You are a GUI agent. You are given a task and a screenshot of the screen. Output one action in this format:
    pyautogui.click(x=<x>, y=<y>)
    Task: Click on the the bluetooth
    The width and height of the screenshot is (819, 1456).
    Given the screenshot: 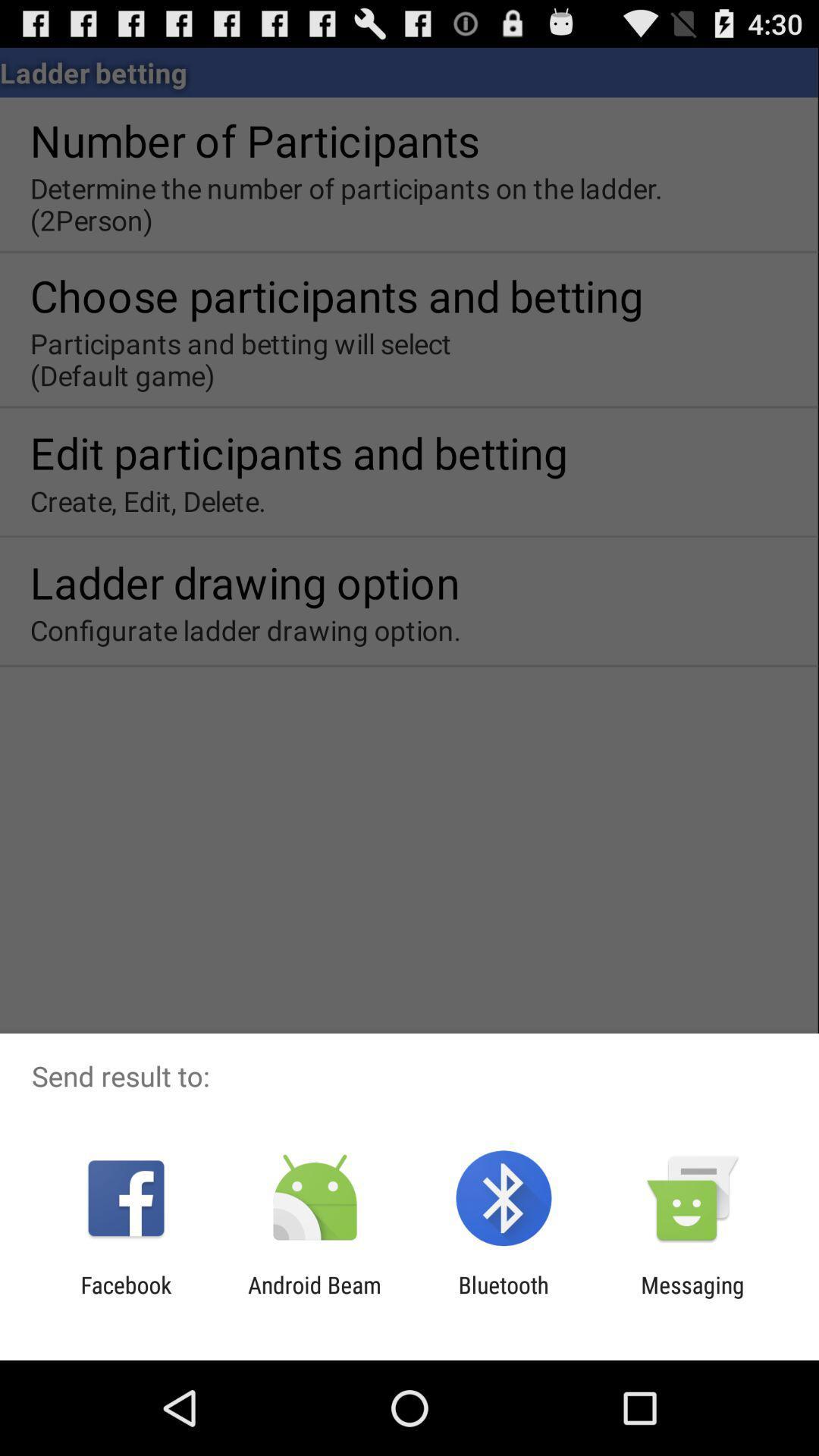 What is the action you would take?
    pyautogui.click(x=504, y=1298)
    